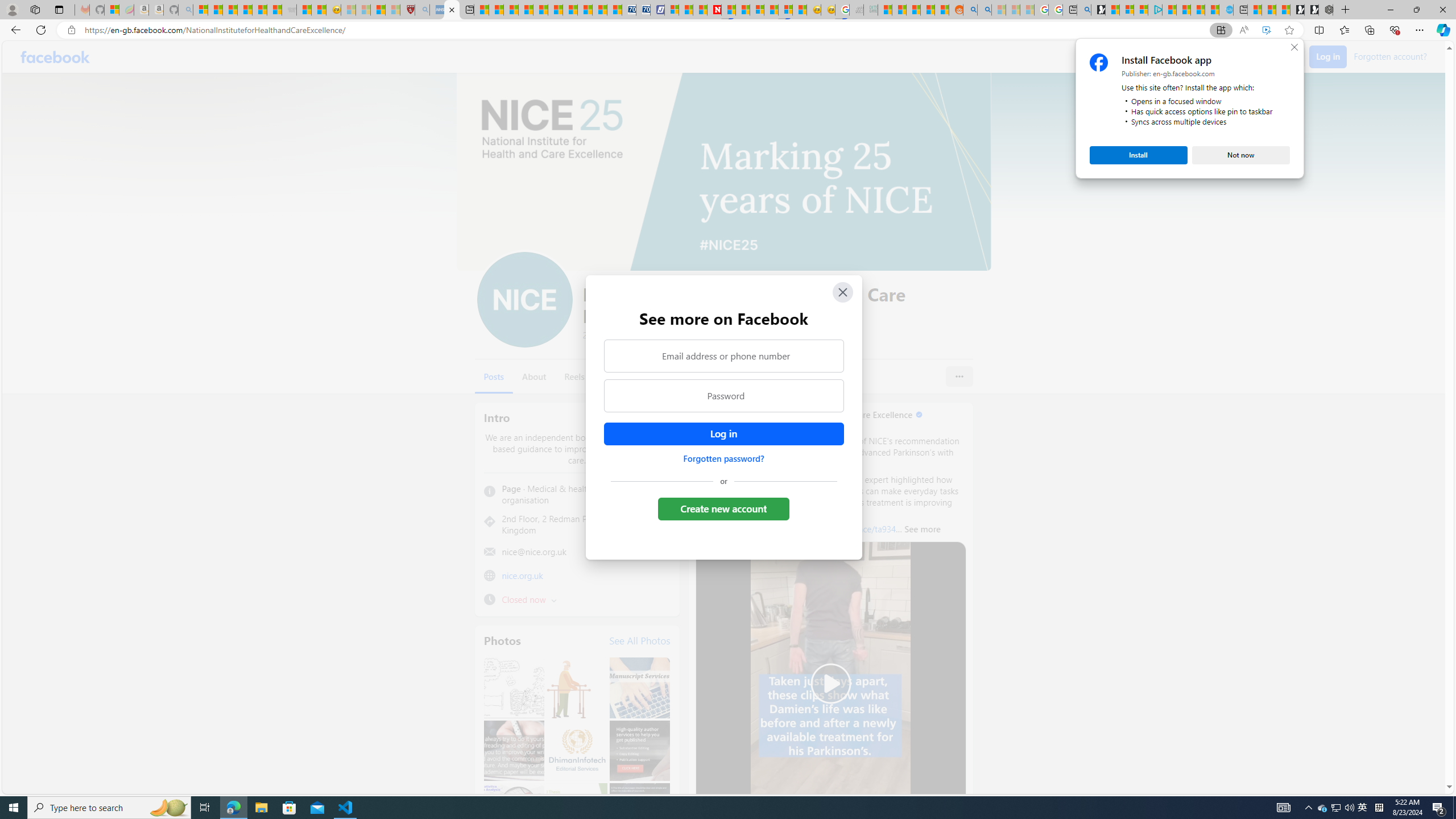 Image resolution: width=1456 pixels, height=819 pixels. Describe the element at coordinates (260, 806) in the screenshot. I see `'File Explorer'` at that location.